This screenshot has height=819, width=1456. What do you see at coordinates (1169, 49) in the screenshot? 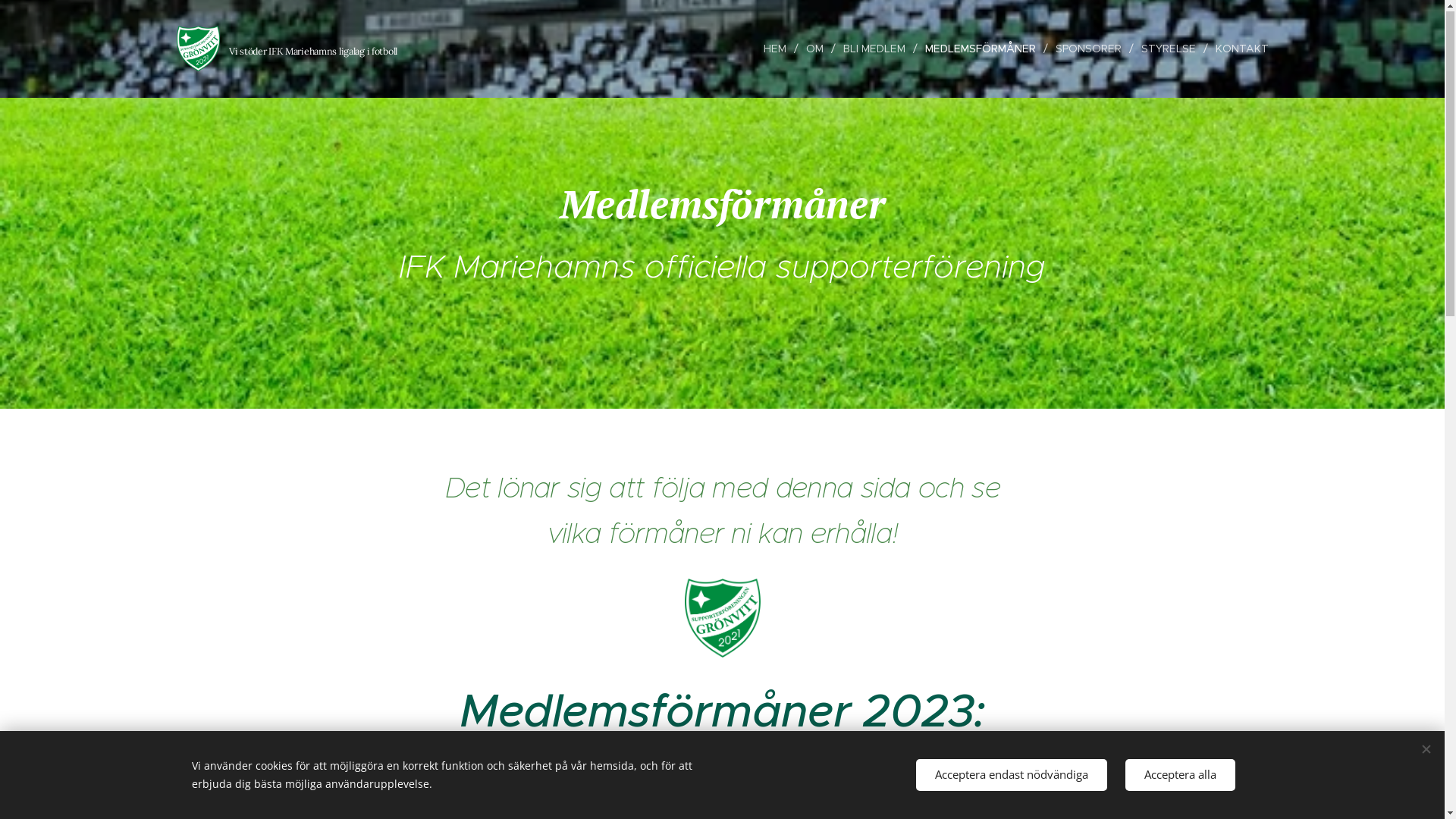
I see `'STYRELSE'` at bounding box center [1169, 49].